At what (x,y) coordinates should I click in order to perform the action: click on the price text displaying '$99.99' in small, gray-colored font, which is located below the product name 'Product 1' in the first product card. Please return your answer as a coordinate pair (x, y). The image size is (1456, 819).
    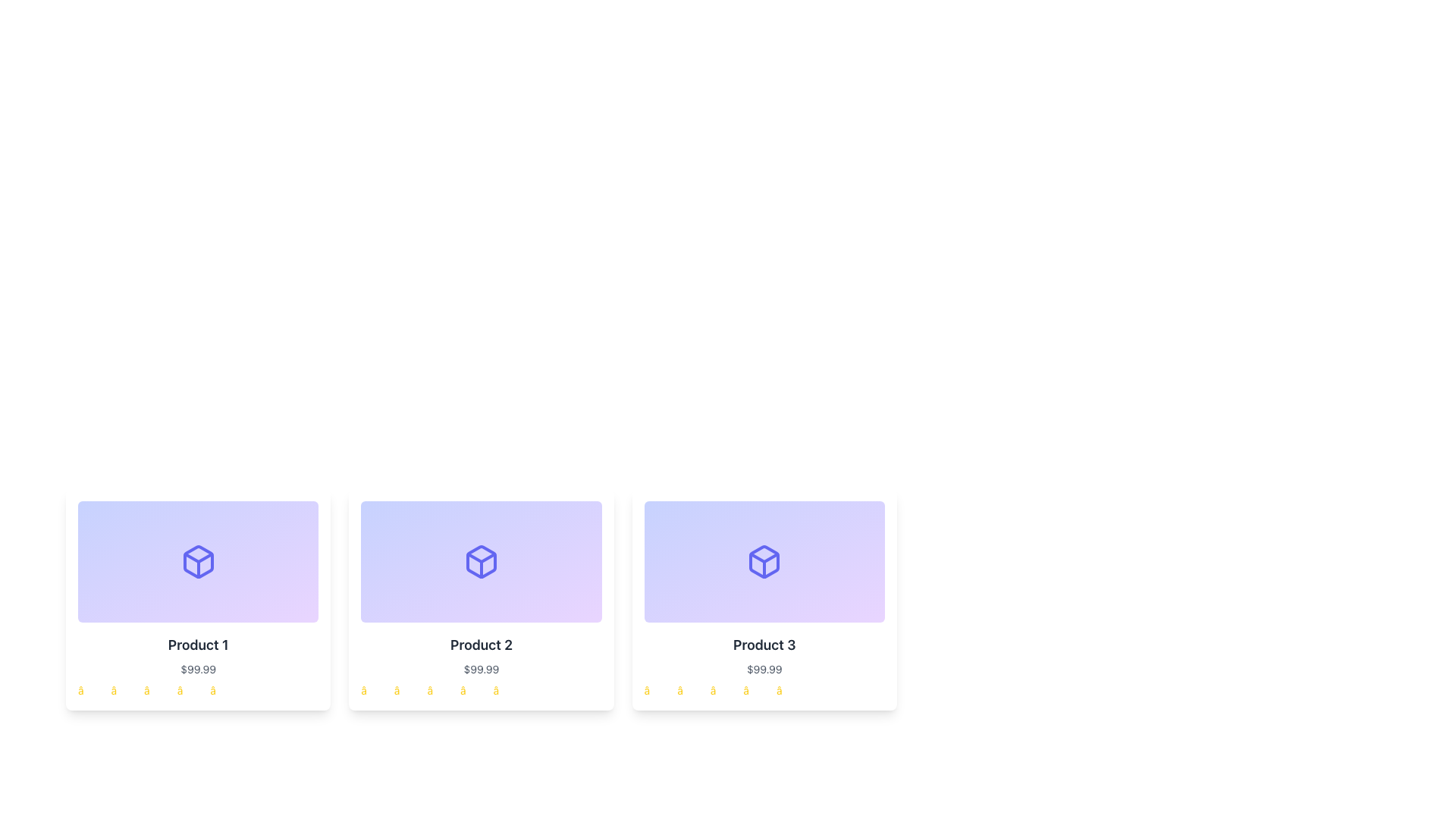
    Looking at the image, I should click on (197, 669).